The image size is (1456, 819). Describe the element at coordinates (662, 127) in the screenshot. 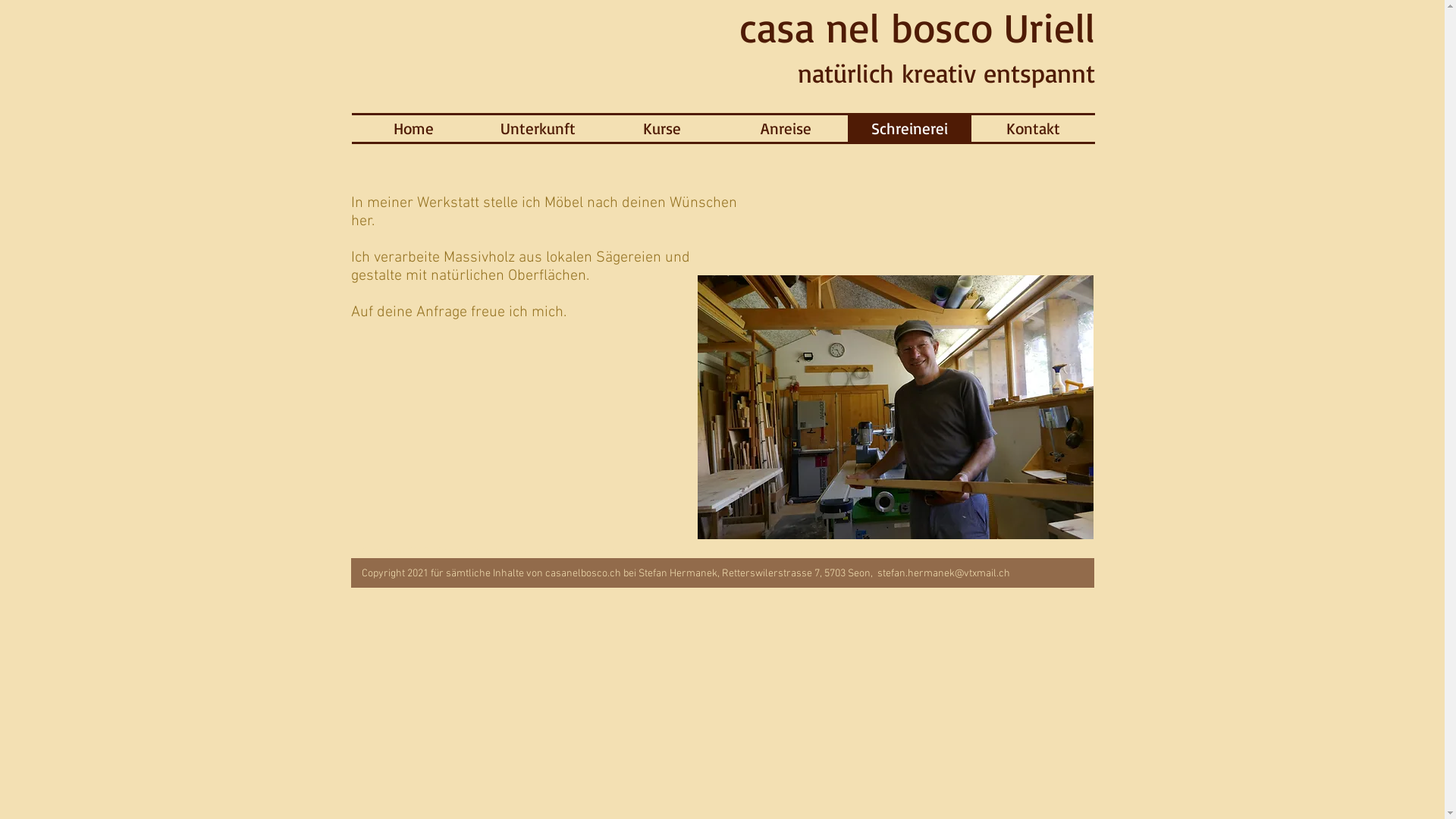

I see `'Kurse'` at that location.